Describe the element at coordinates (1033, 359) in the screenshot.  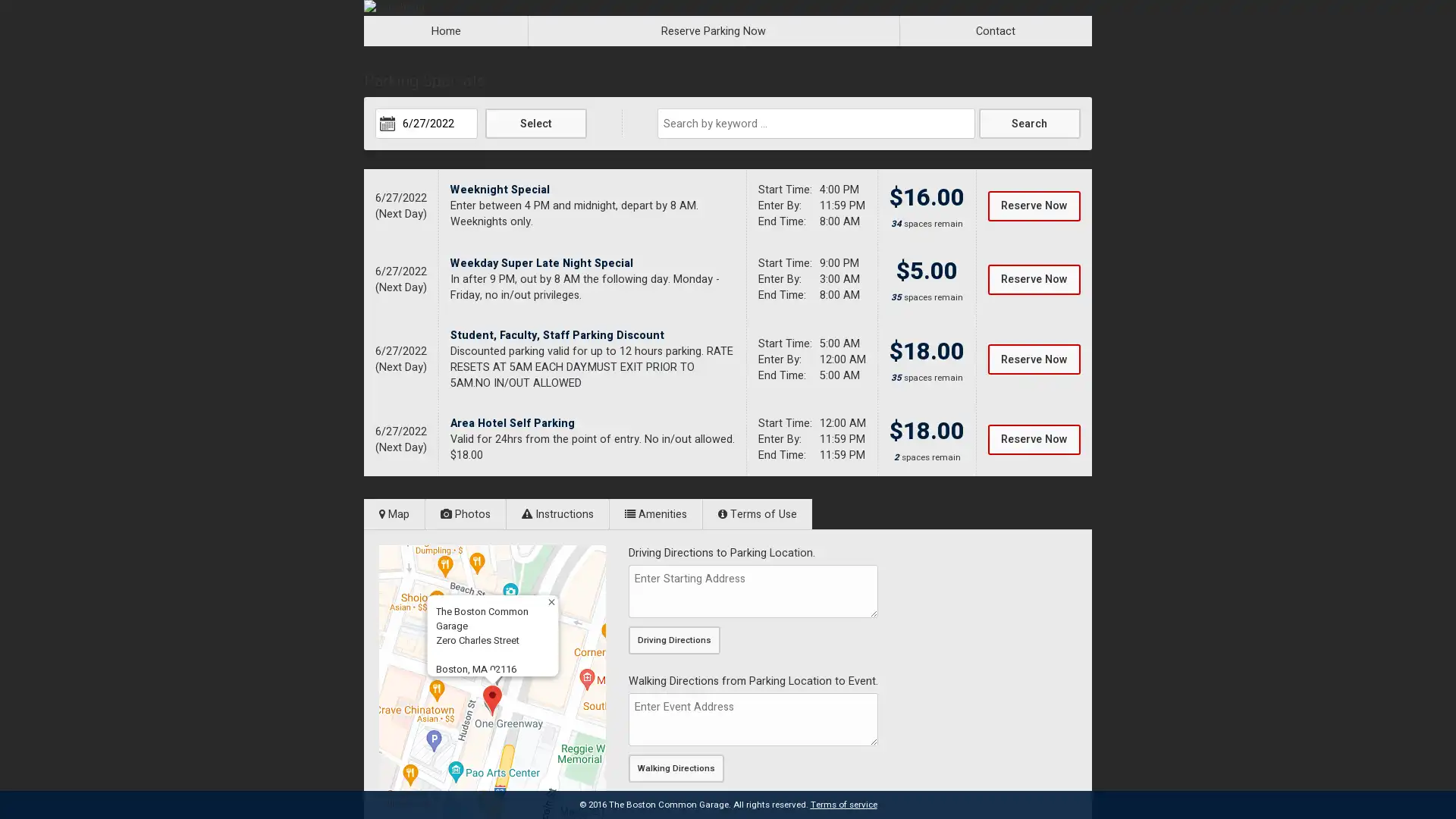
I see `Reserve Now` at that location.